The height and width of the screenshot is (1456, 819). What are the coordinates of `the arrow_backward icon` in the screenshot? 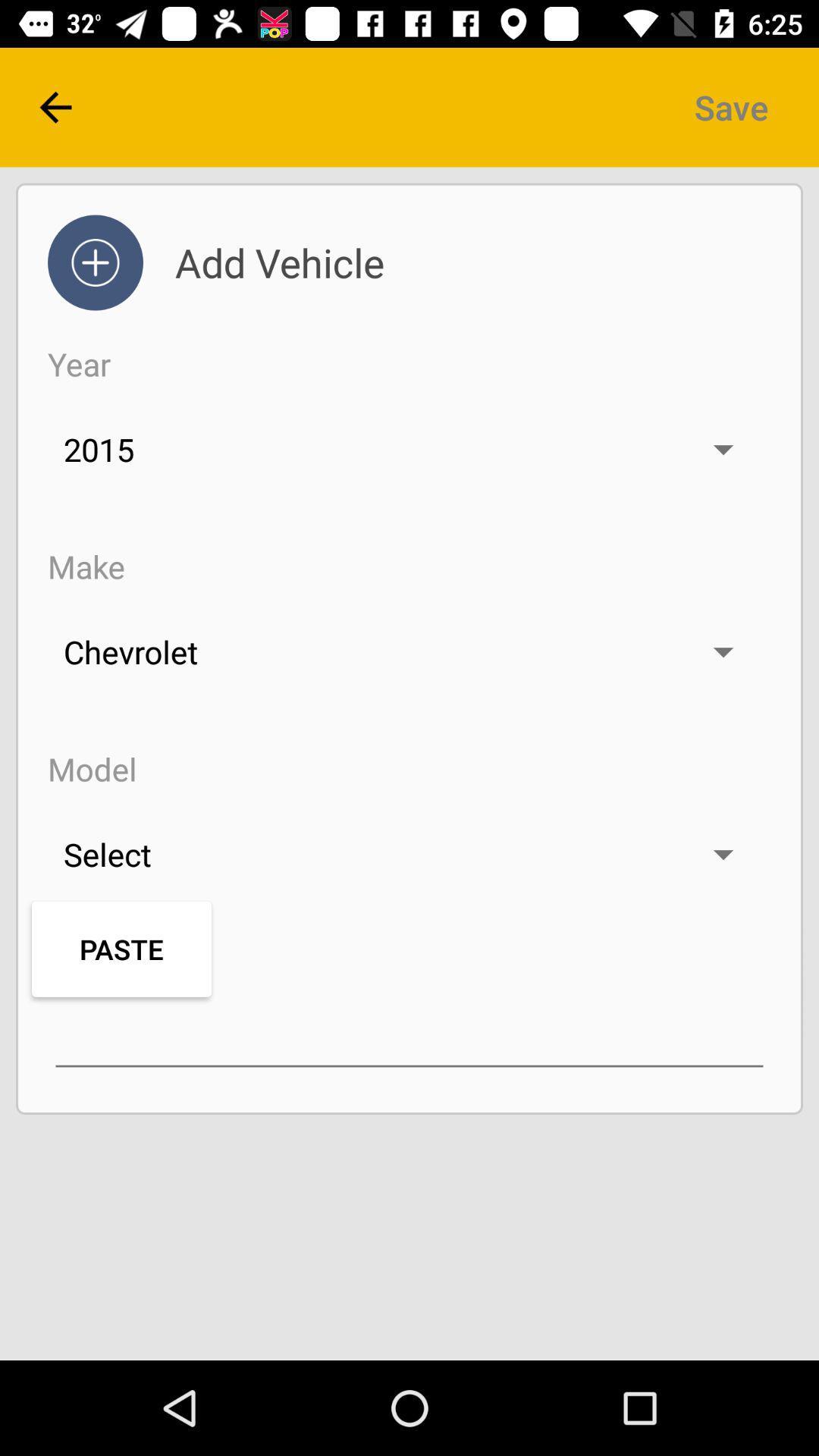 It's located at (55, 106).